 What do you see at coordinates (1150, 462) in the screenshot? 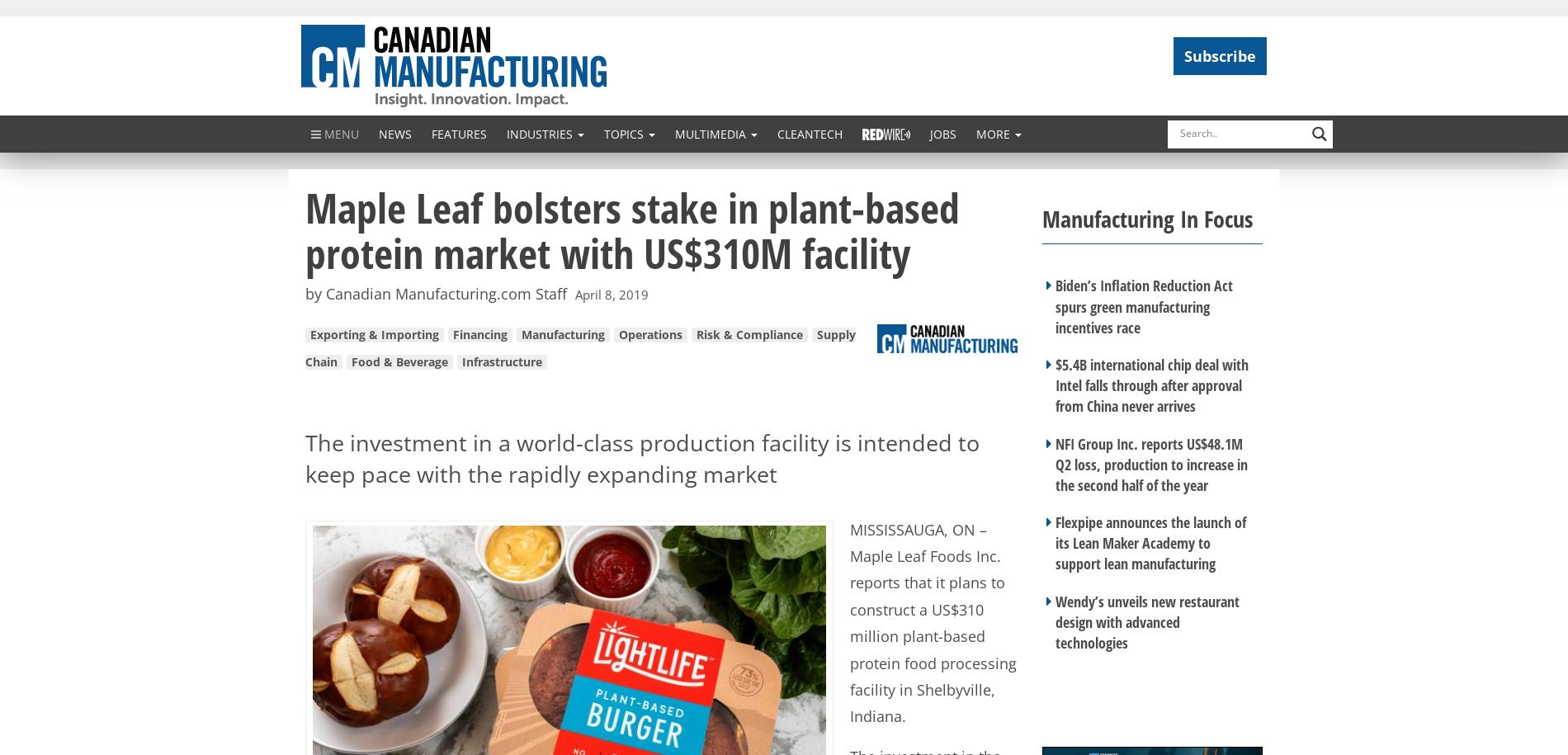
I see `'NFI Group Inc. reports US$48.1M Q2 loss, production to increase in the second half of the year'` at bounding box center [1150, 462].